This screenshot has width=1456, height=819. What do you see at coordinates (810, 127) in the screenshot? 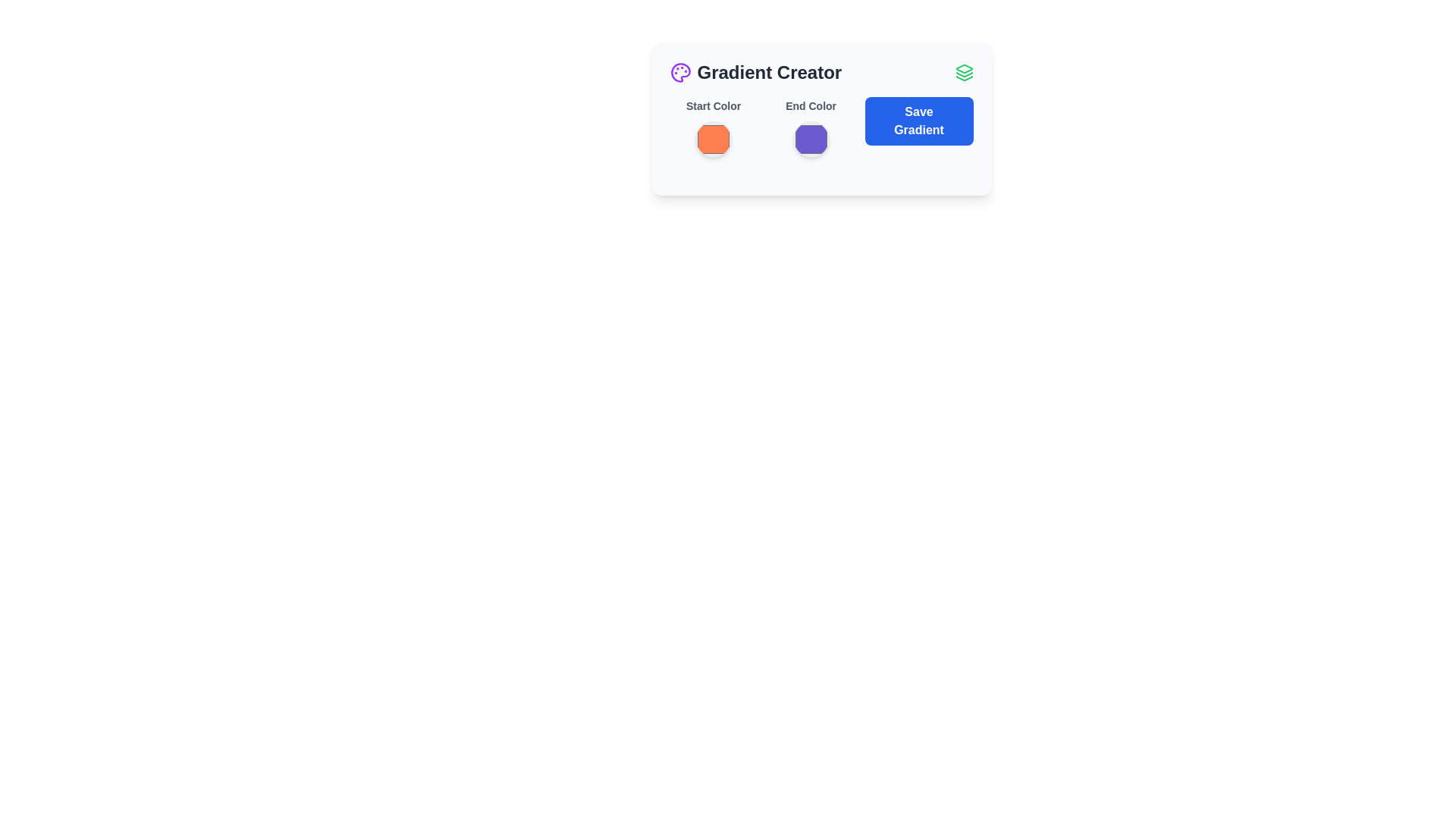
I see `the second circular color selector in the Color Picker component` at bounding box center [810, 127].